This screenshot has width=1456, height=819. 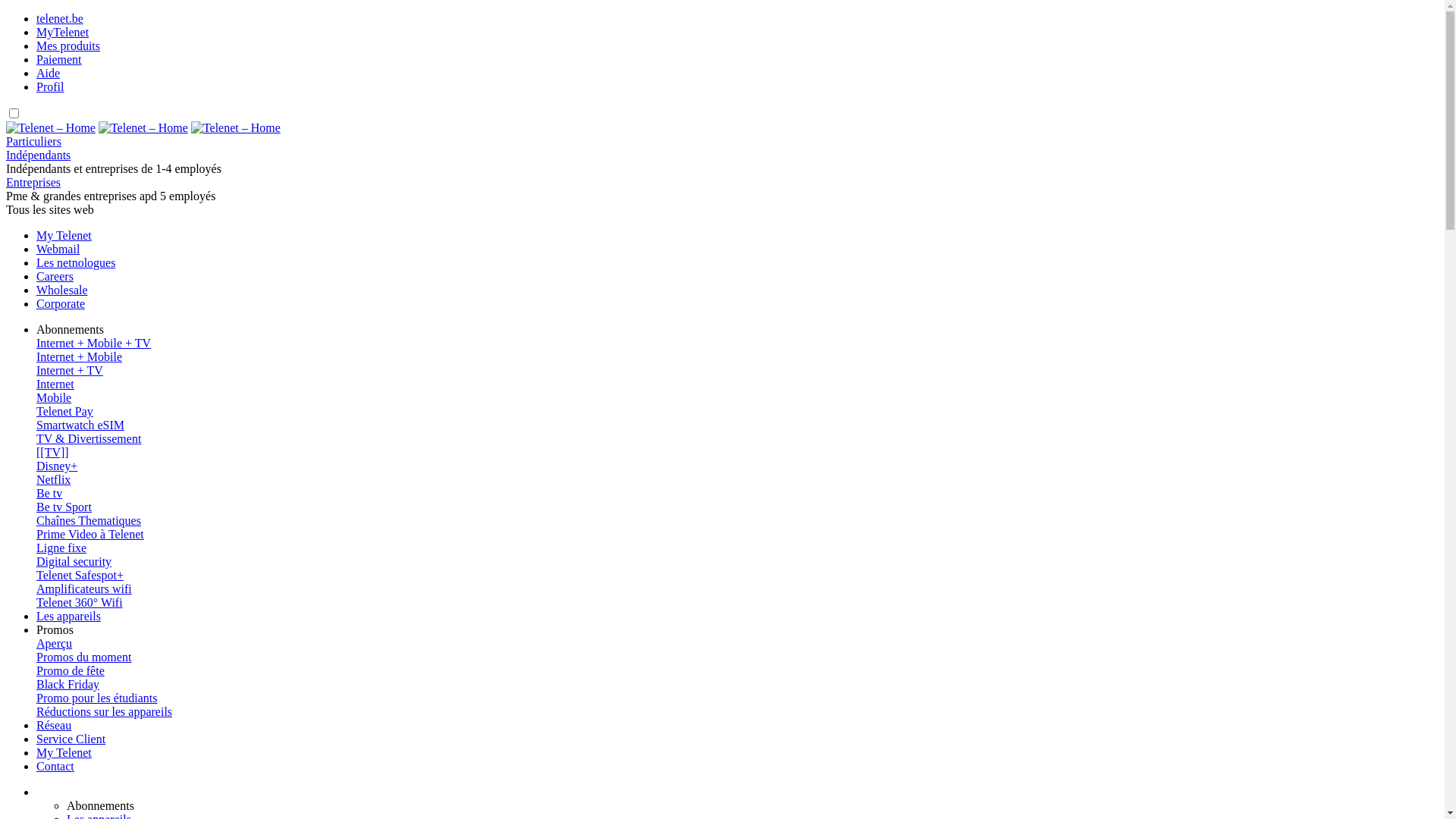 I want to click on 'Mes produits', so click(x=67, y=45).